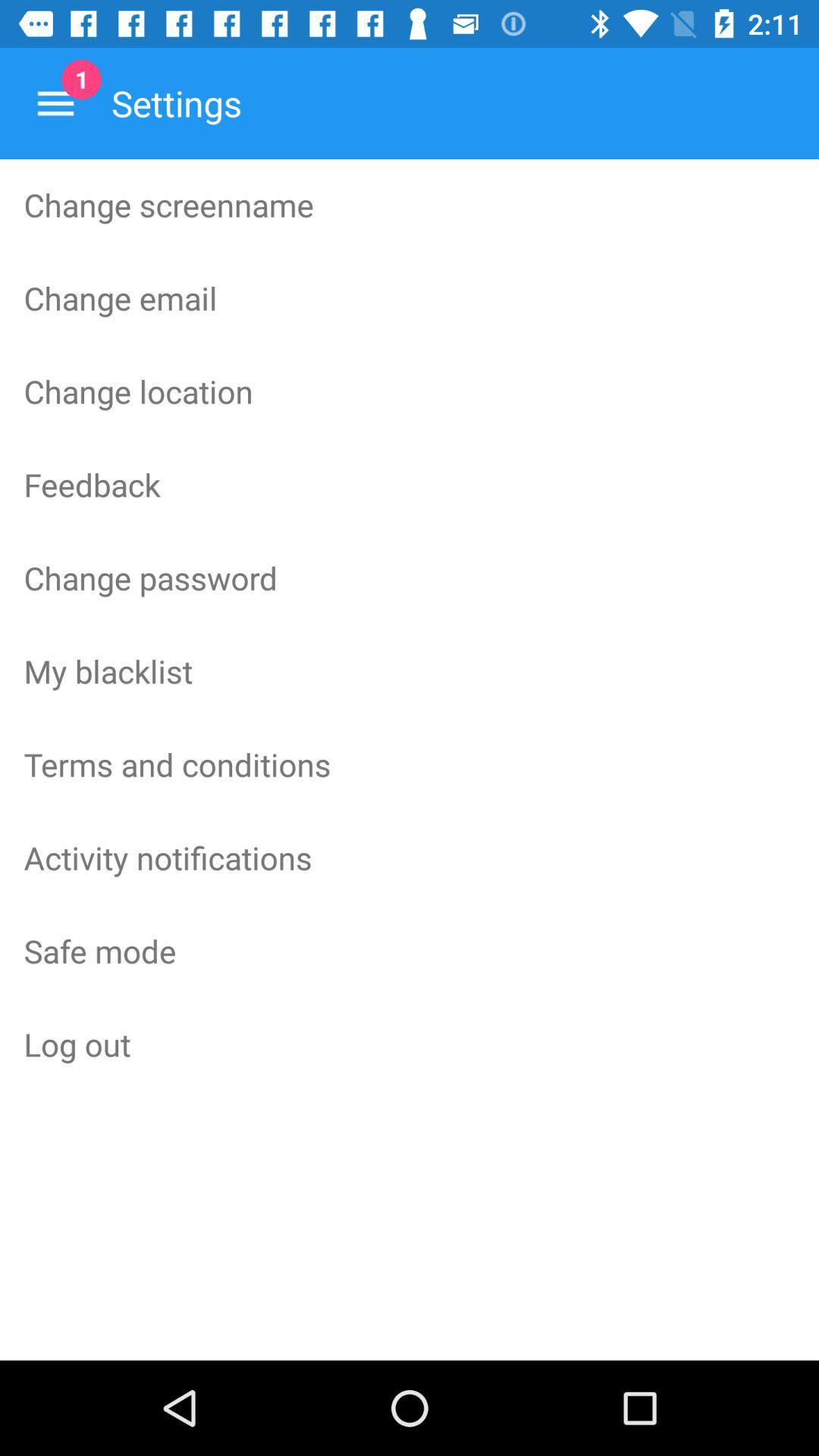 This screenshot has height=1456, width=819. I want to click on the item above the change email icon, so click(409, 203).